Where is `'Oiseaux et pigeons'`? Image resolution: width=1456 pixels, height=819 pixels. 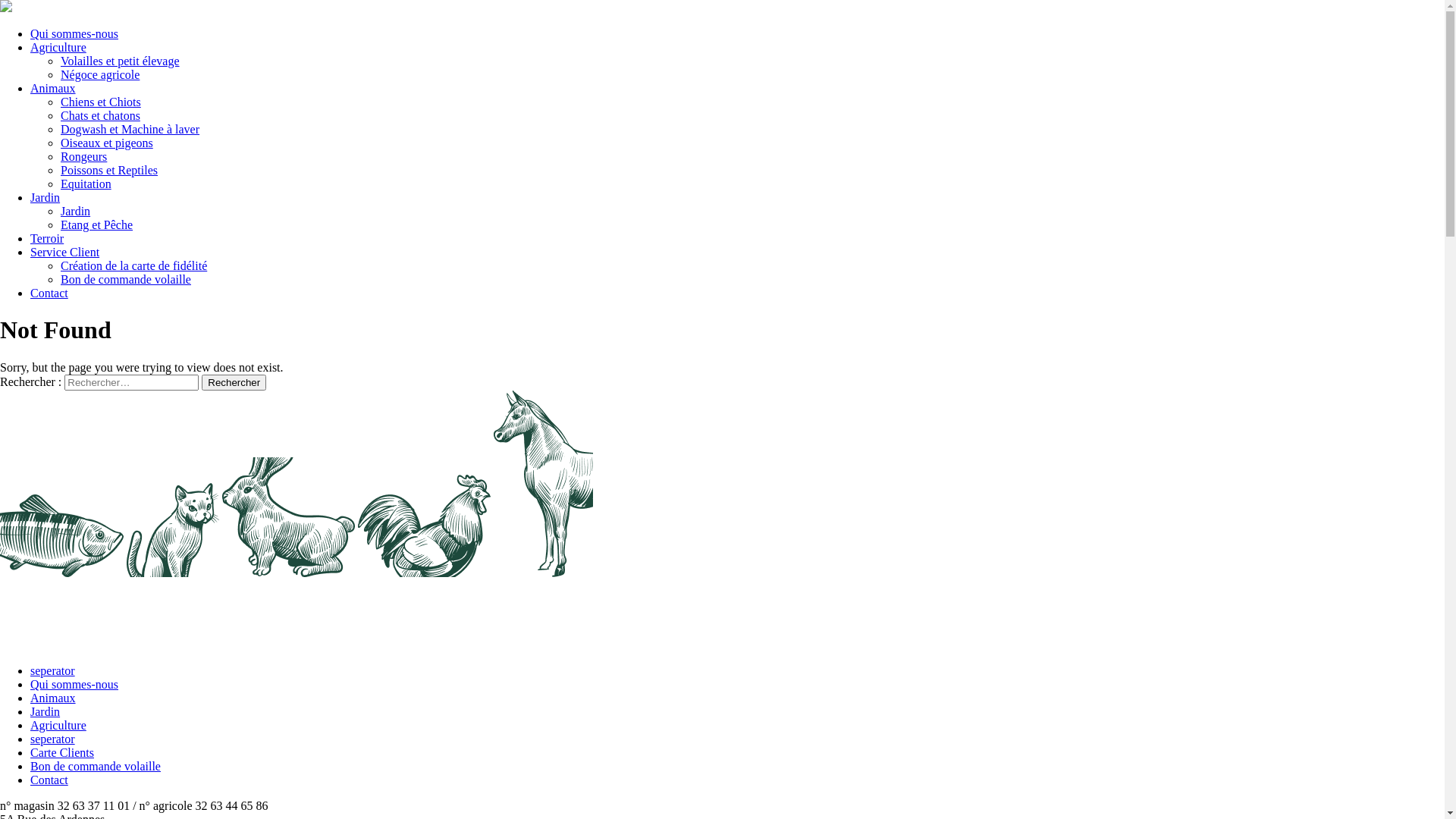 'Oiseaux et pigeons' is located at coordinates (105, 143).